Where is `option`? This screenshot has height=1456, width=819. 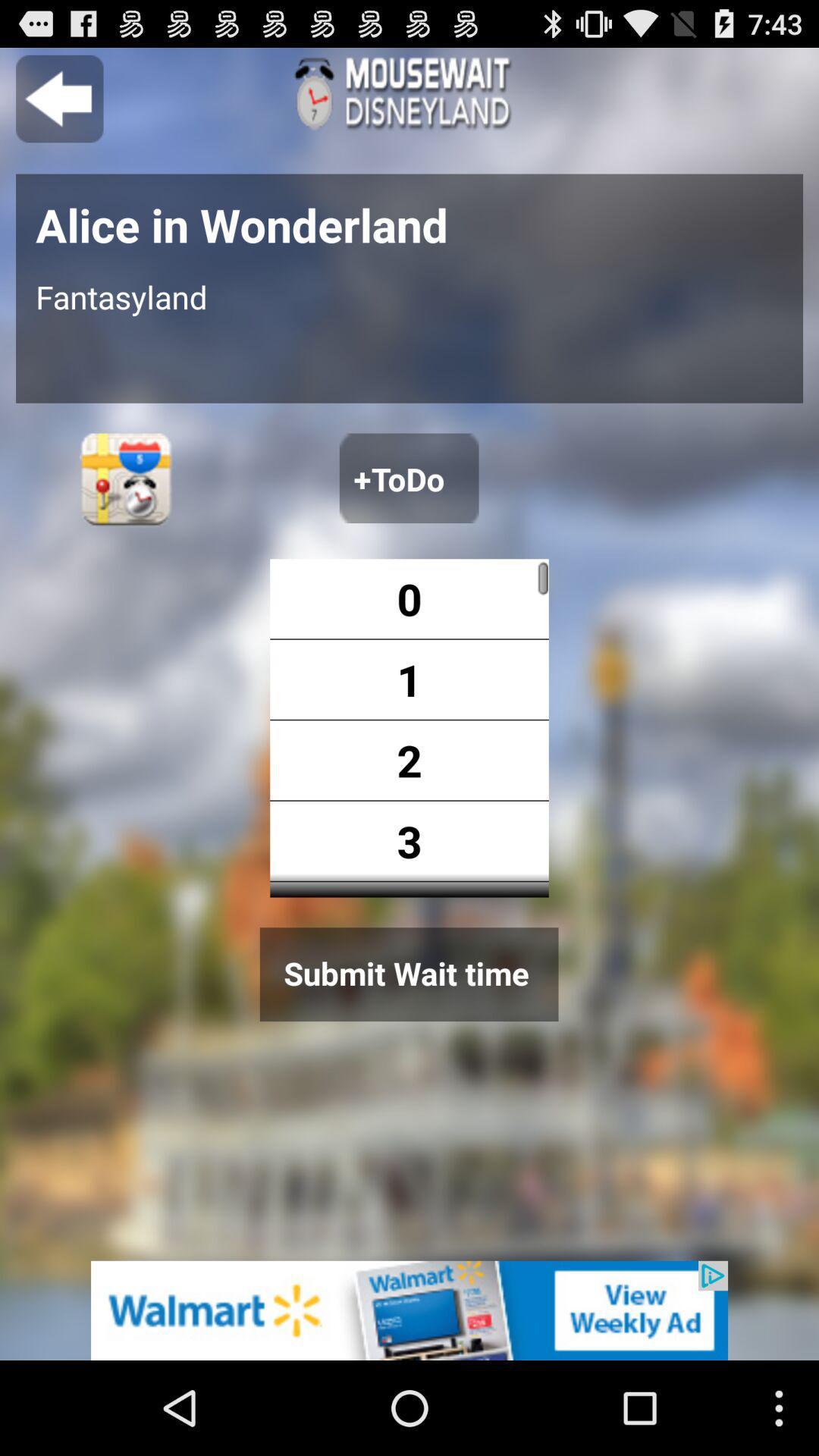 option is located at coordinates (499, 728).